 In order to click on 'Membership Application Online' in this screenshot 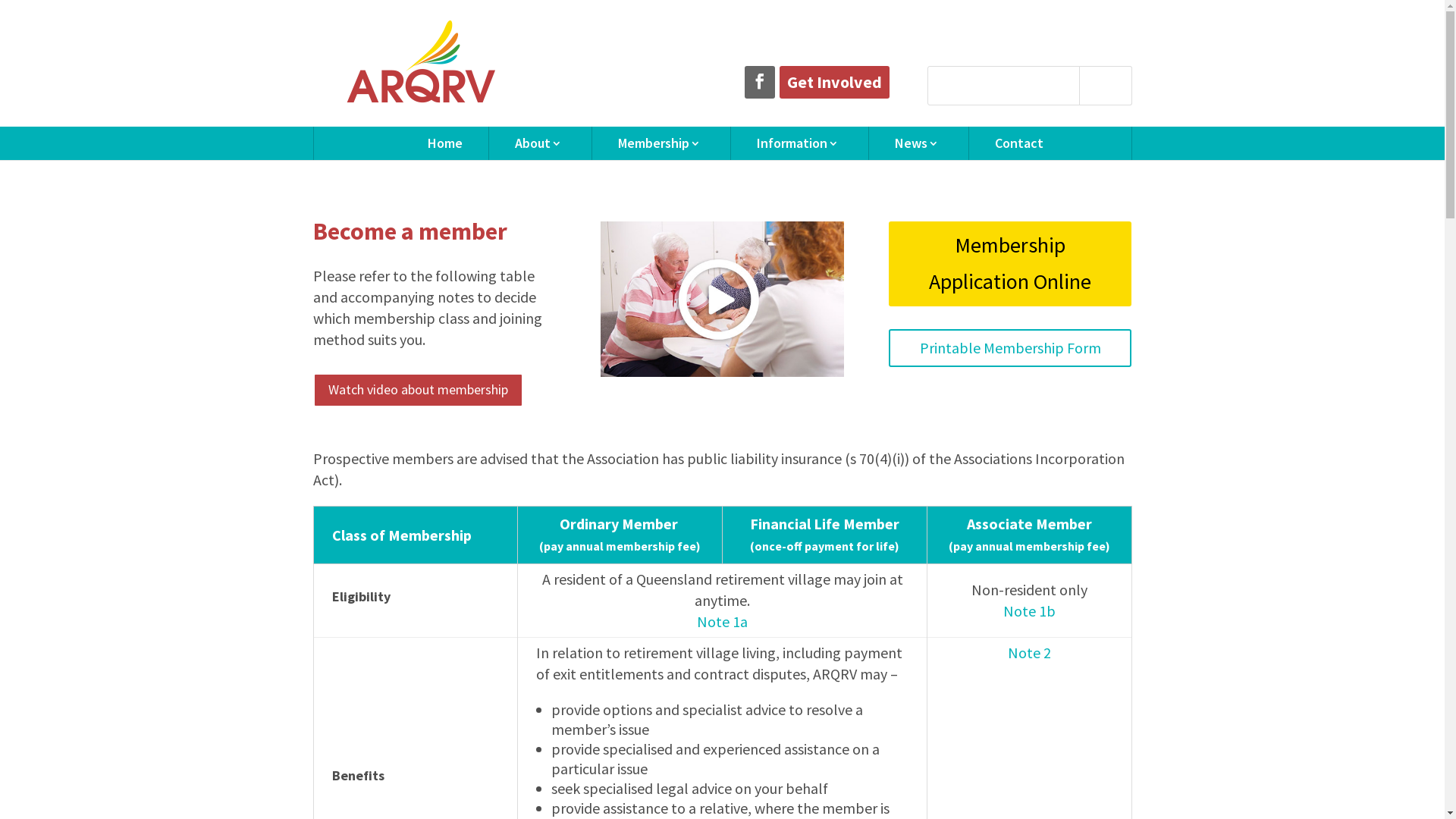, I will do `click(1010, 262)`.